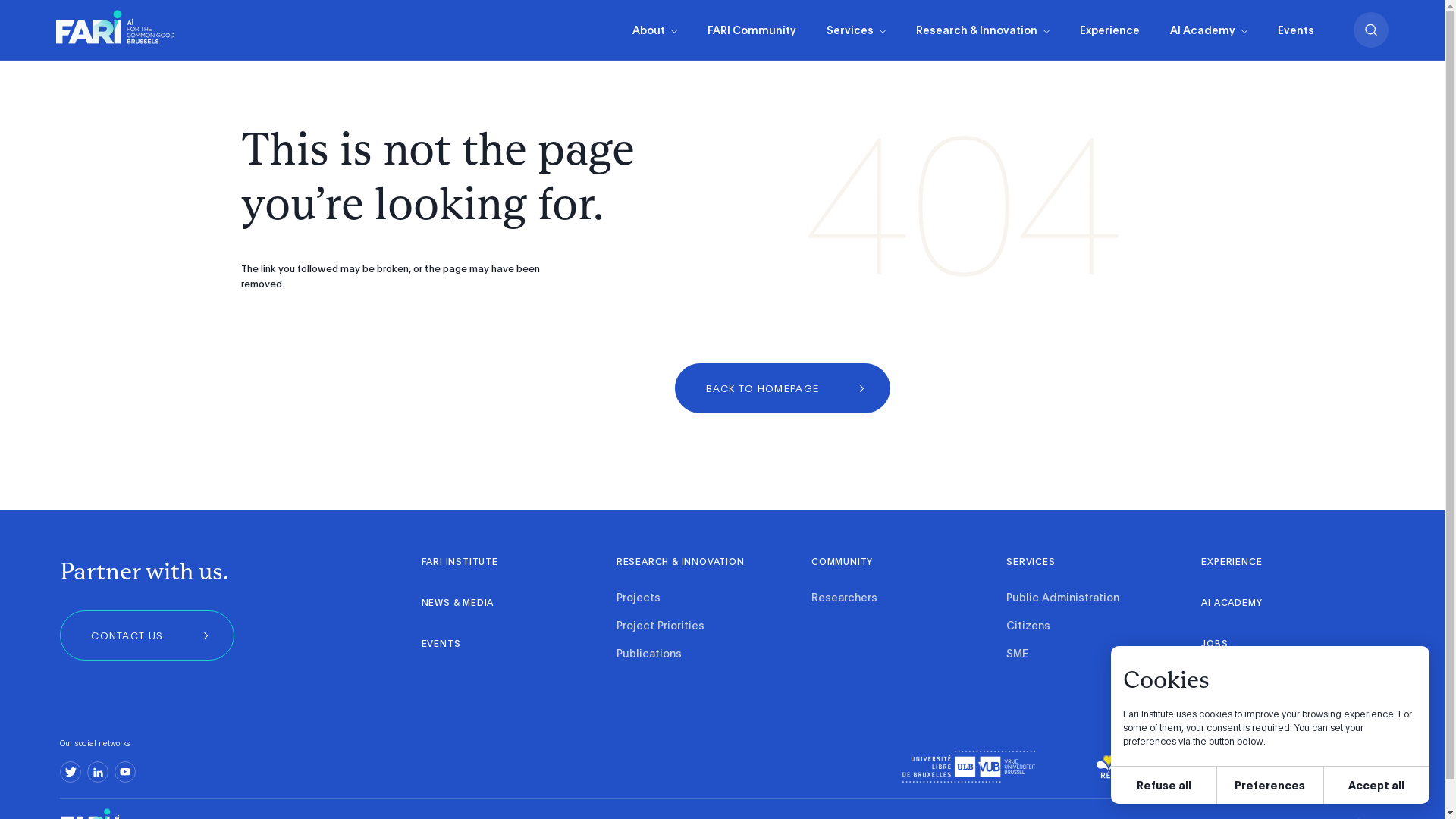 Image resolution: width=1456 pixels, height=819 pixels. Describe the element at coordinates (1163, 785) in the screenshot. I see `'Refuse all'` at that location.